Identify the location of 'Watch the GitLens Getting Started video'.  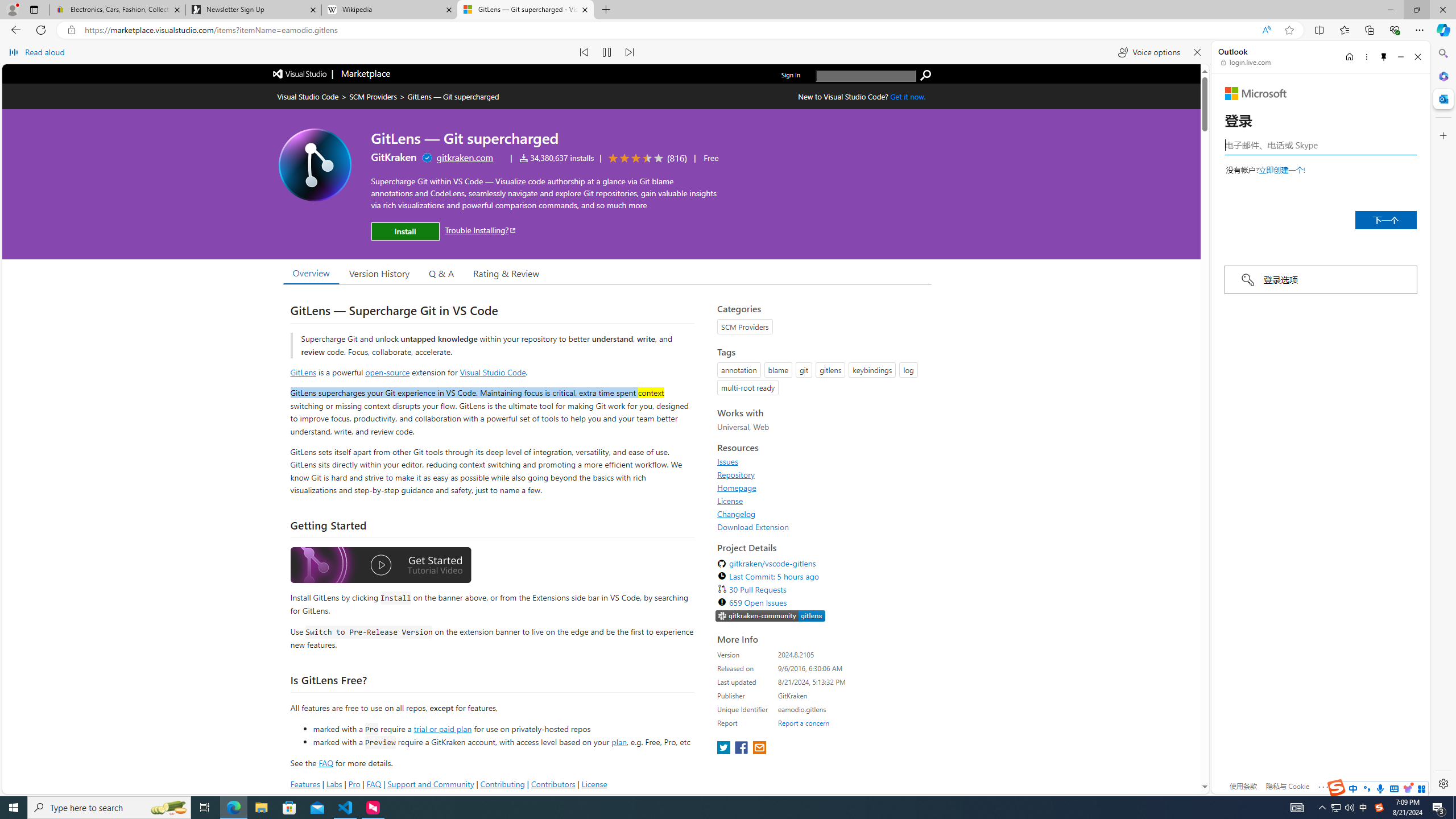
(380, 566).